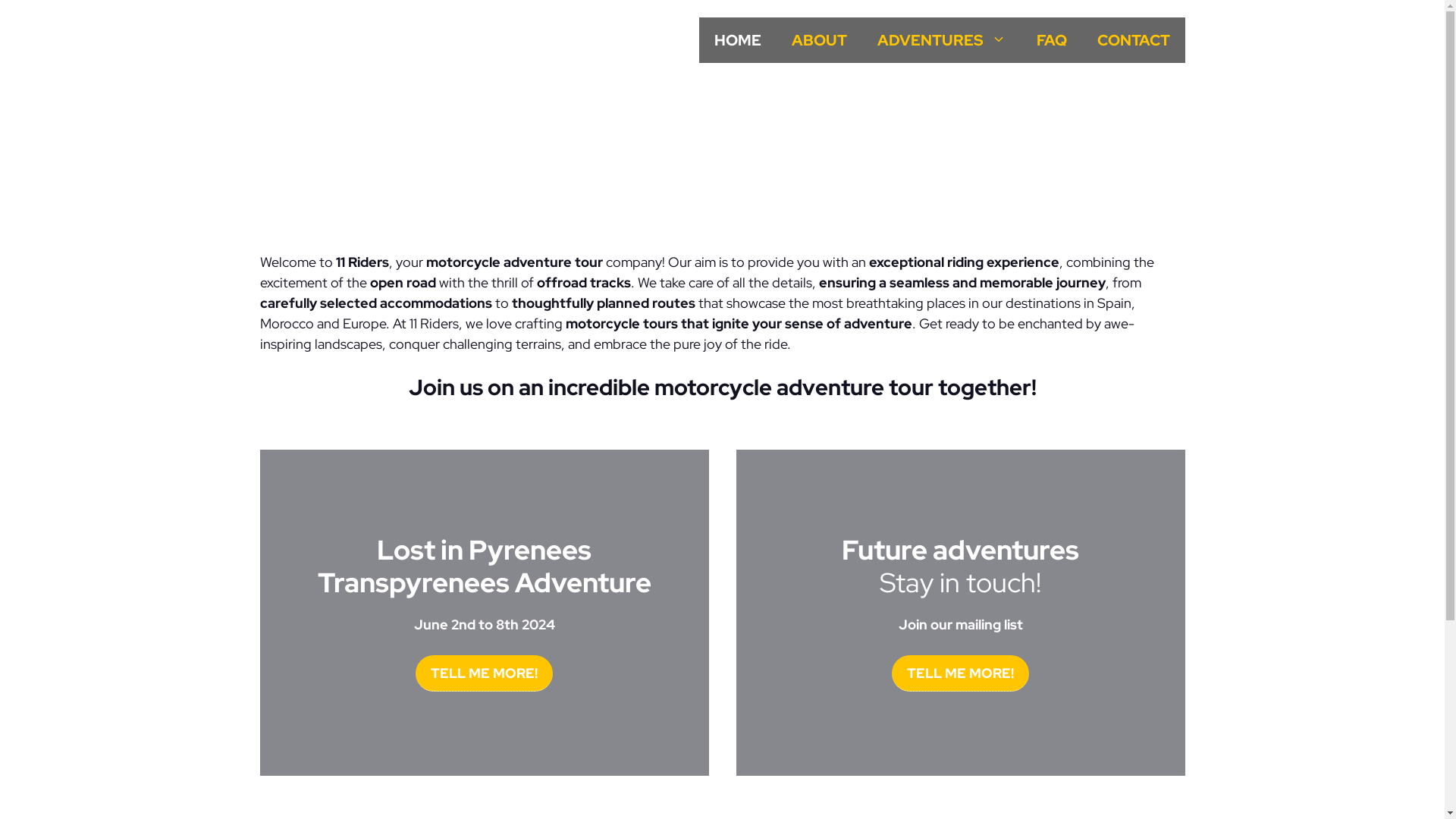 The image size is (1456, 819). Describe the element at coordinates (1132, 39) in the screenshot. I see `'CONTACT'` at that location.